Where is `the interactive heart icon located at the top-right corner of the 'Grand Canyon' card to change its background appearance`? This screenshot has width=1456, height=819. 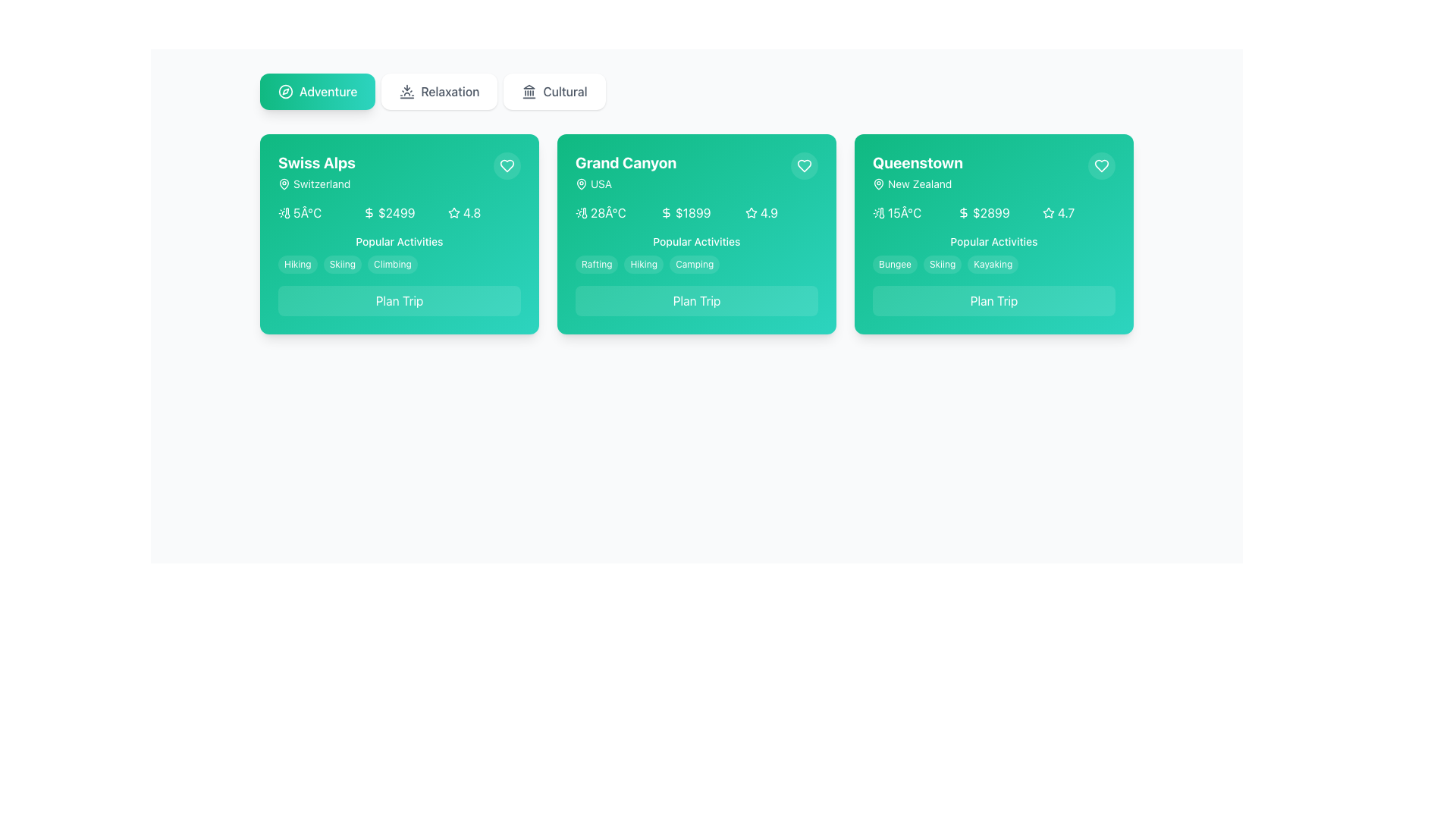
the interactive heart icon located at the top-right corner of the 'Grand Canyon' card to change its background appearance is located at coordinates (803, 166).